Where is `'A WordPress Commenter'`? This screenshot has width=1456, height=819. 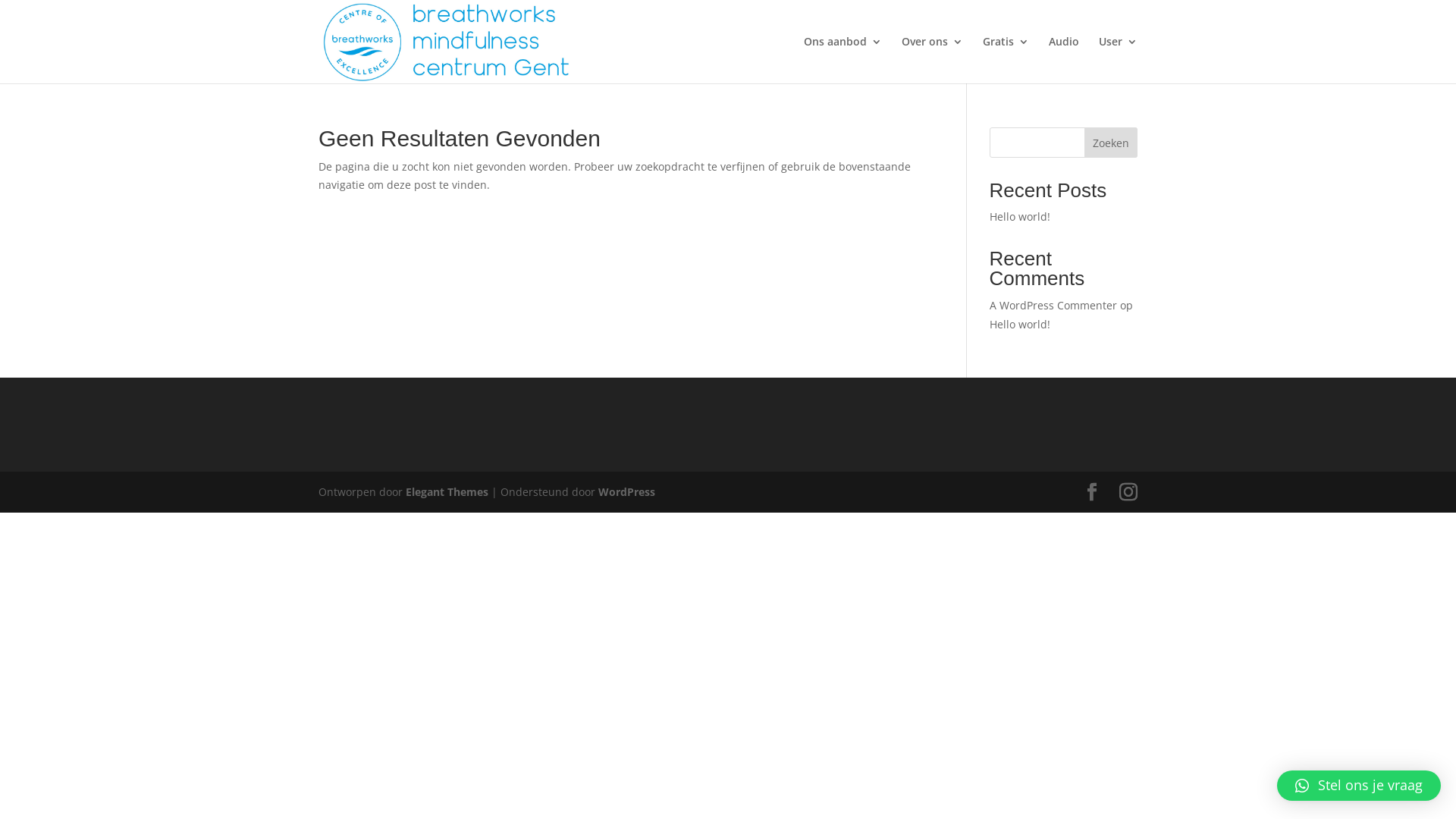 'A WordPress Commenter' is located at coordinates (1052, 305).